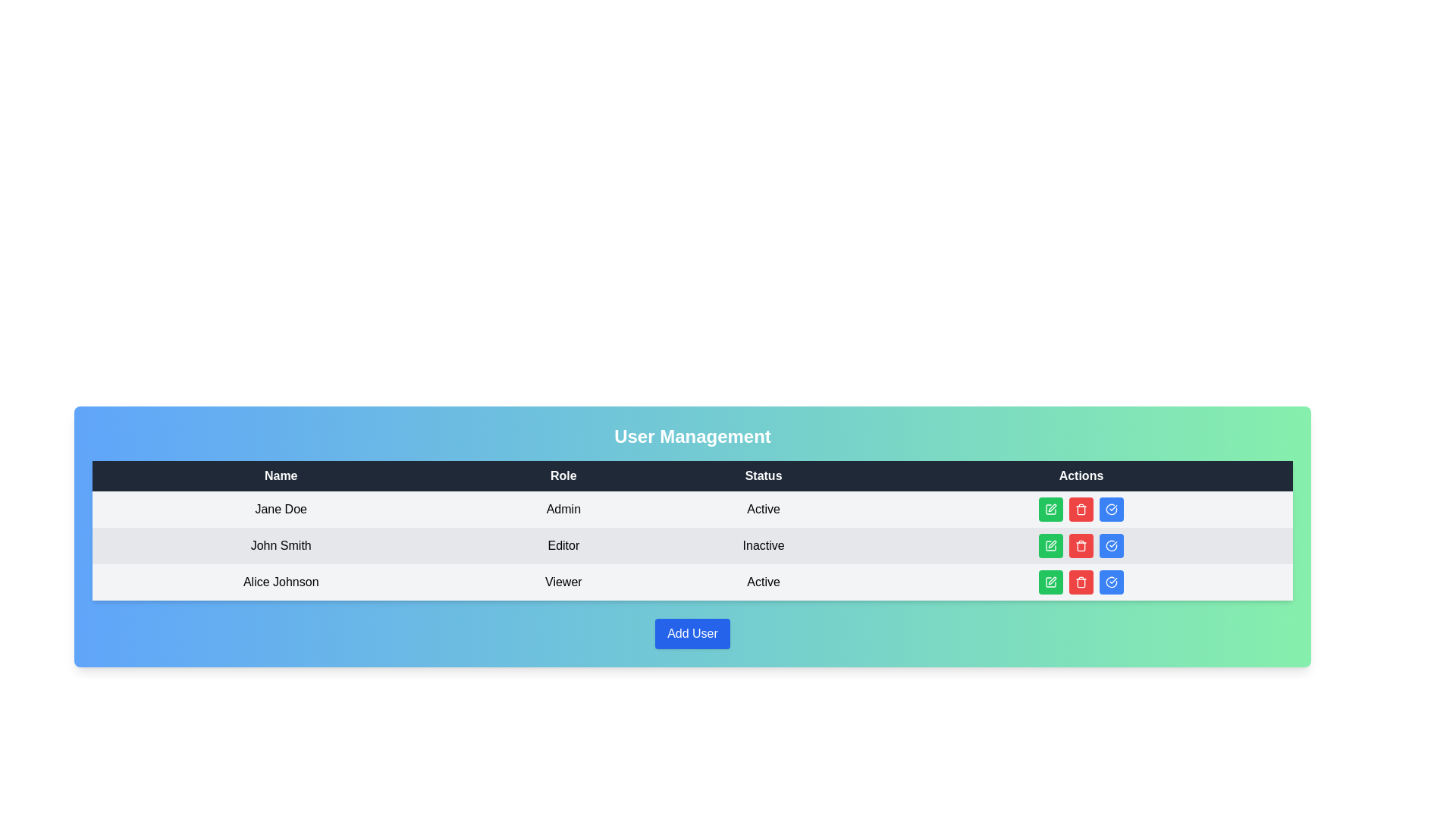  What do you see at coordinates (1080, 581) in the screenshot?
I see `the red button in the Interactive button group` at bounding box center [1080, 581].